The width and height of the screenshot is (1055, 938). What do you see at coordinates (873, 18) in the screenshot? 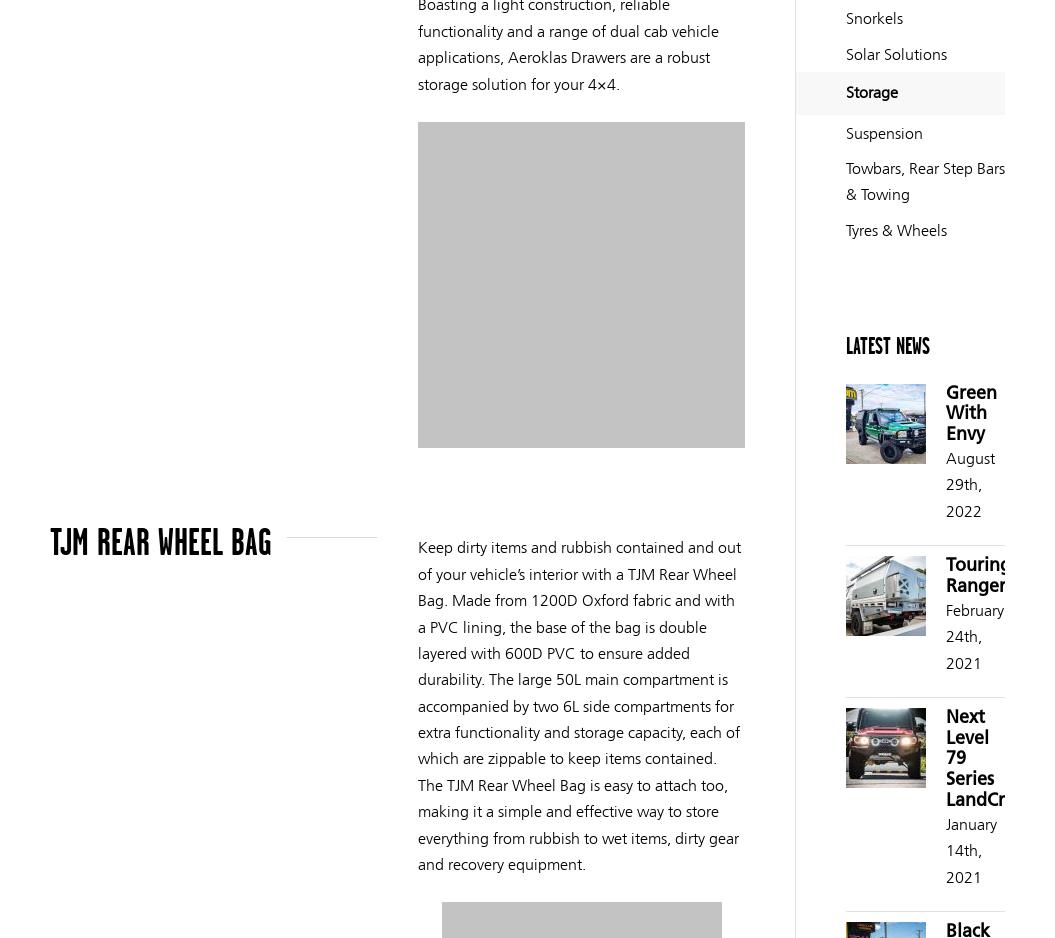
I see `'Snorkels'` at bounding box center [873, 18].